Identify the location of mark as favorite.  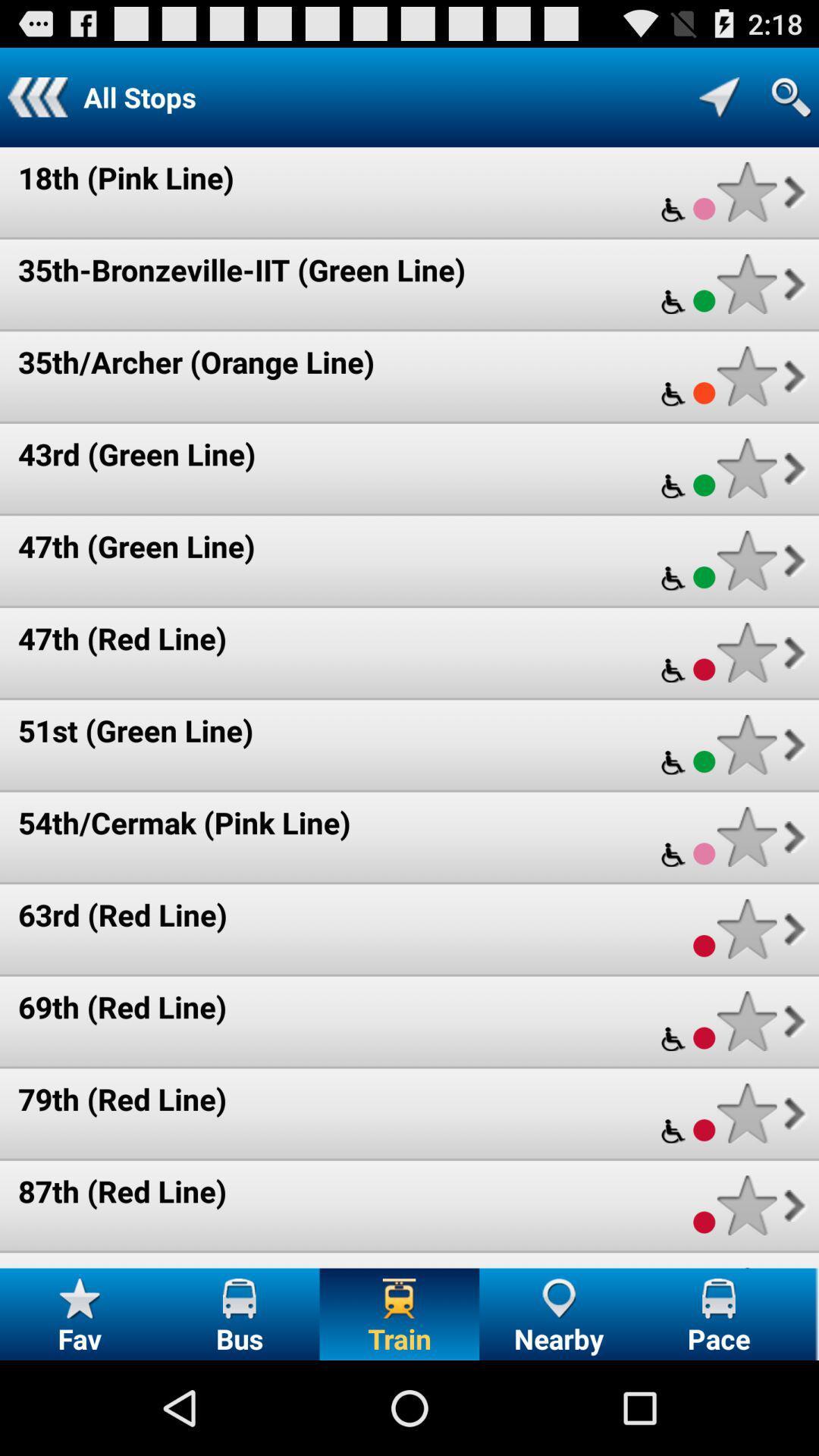
(746, 1021).